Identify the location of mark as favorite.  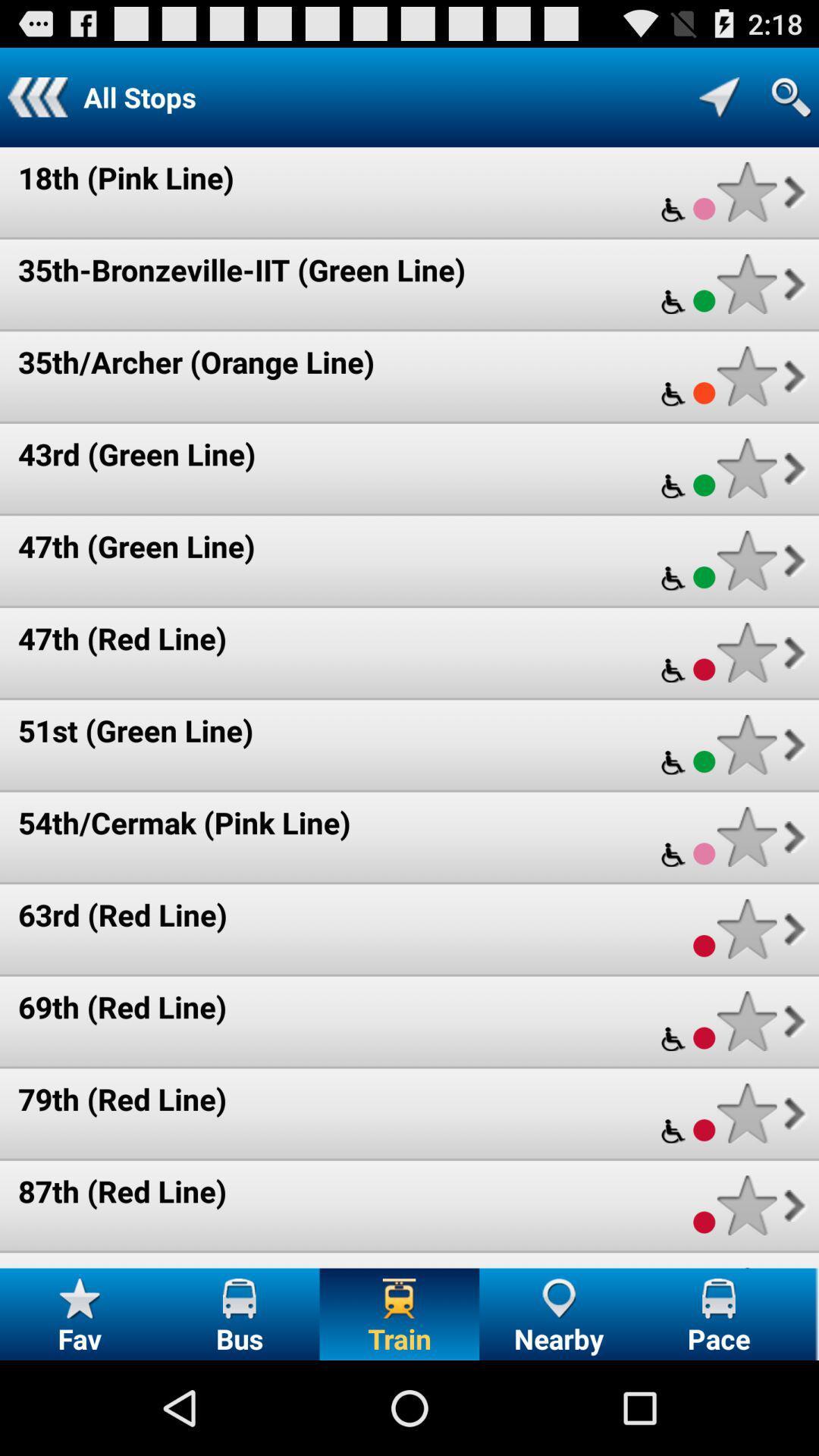
(746, 1021).